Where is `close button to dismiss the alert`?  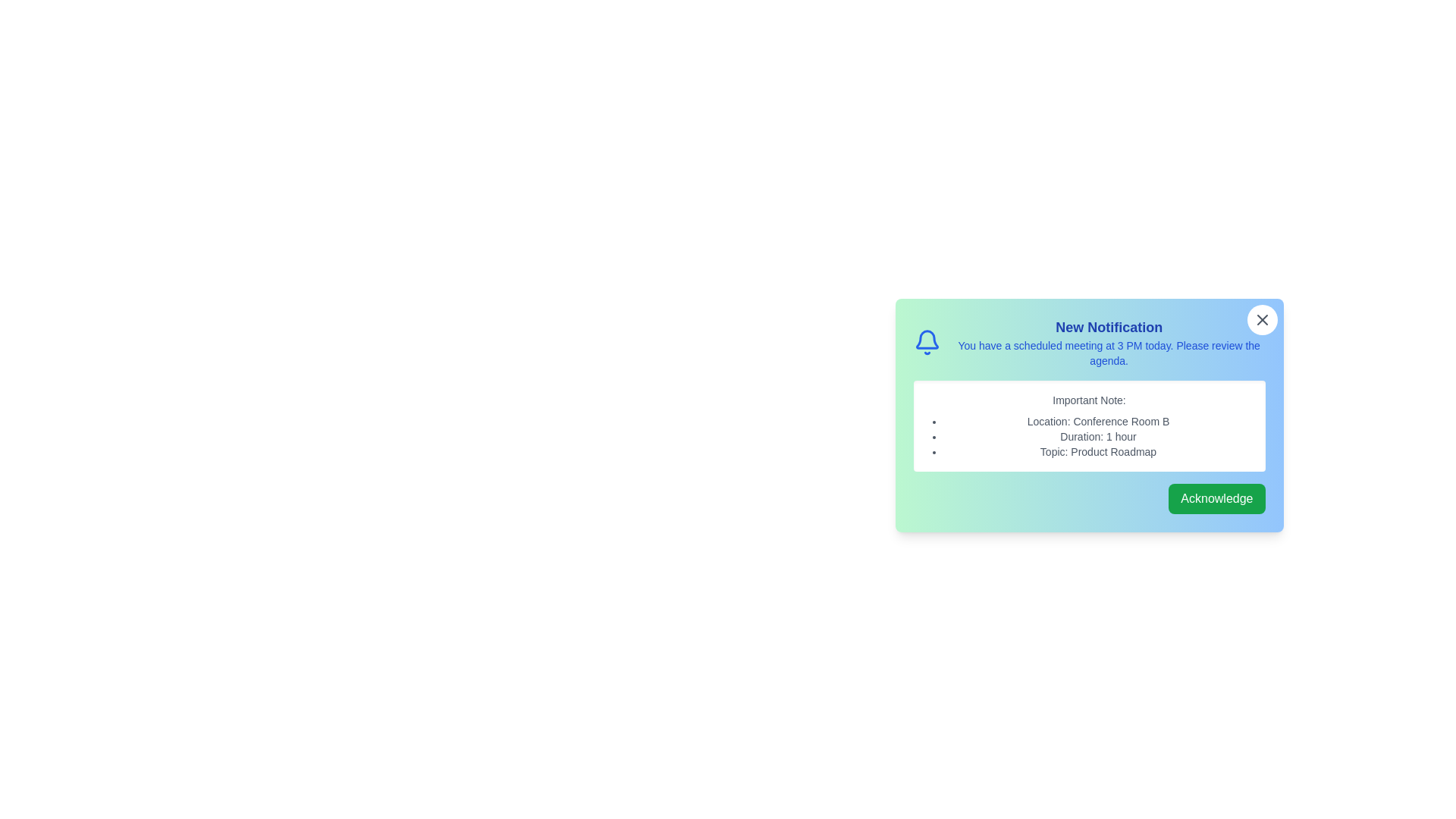
close button to dismiss the alert is located at coordinates (1262, 318).